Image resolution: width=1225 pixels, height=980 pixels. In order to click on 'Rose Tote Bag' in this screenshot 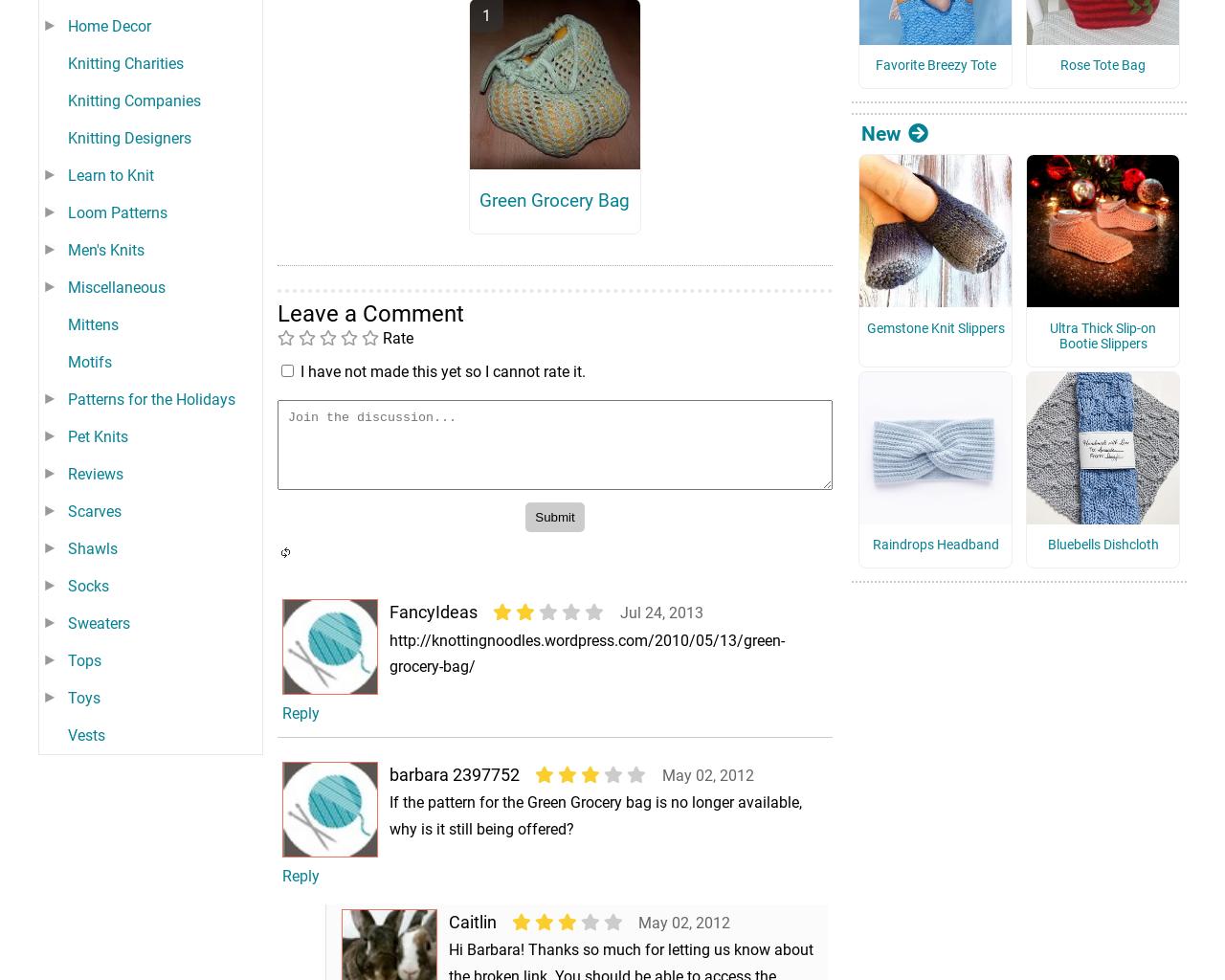, I will do `click(1102, 92)`.